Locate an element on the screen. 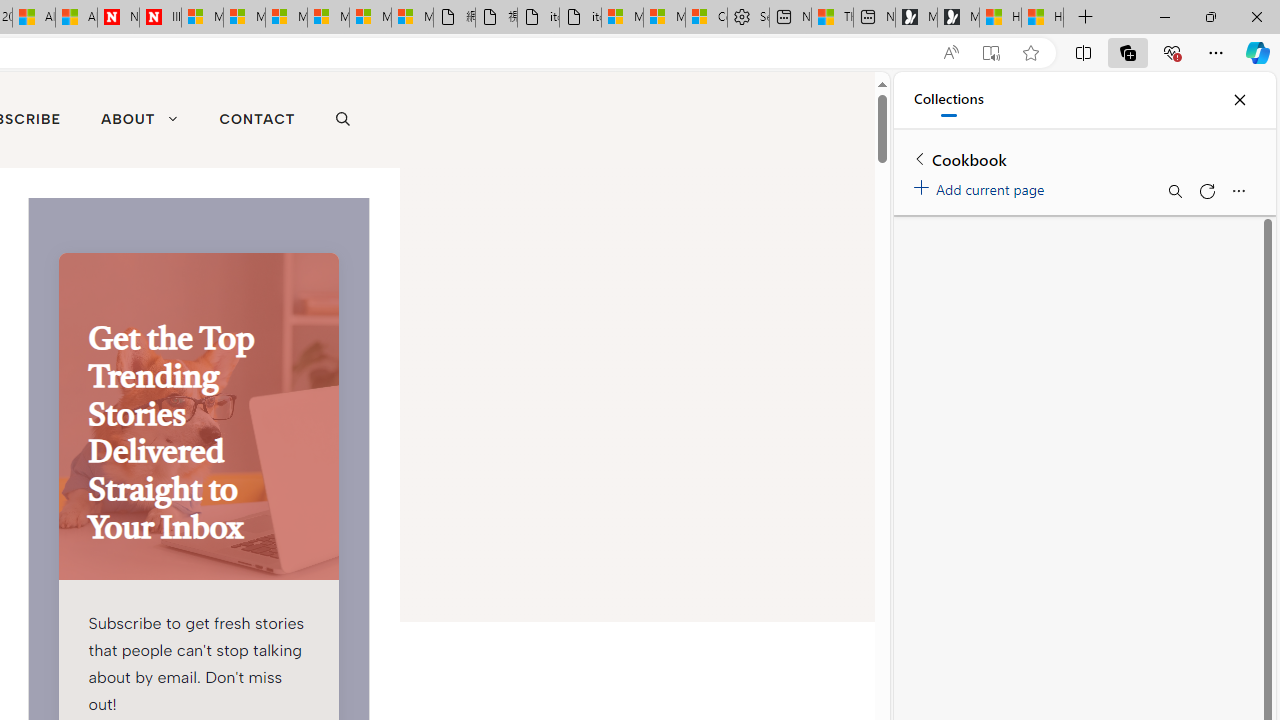 The height and width of the screenshot is (720, 1280). 'Add current page' is located at coordinates (983, 186).